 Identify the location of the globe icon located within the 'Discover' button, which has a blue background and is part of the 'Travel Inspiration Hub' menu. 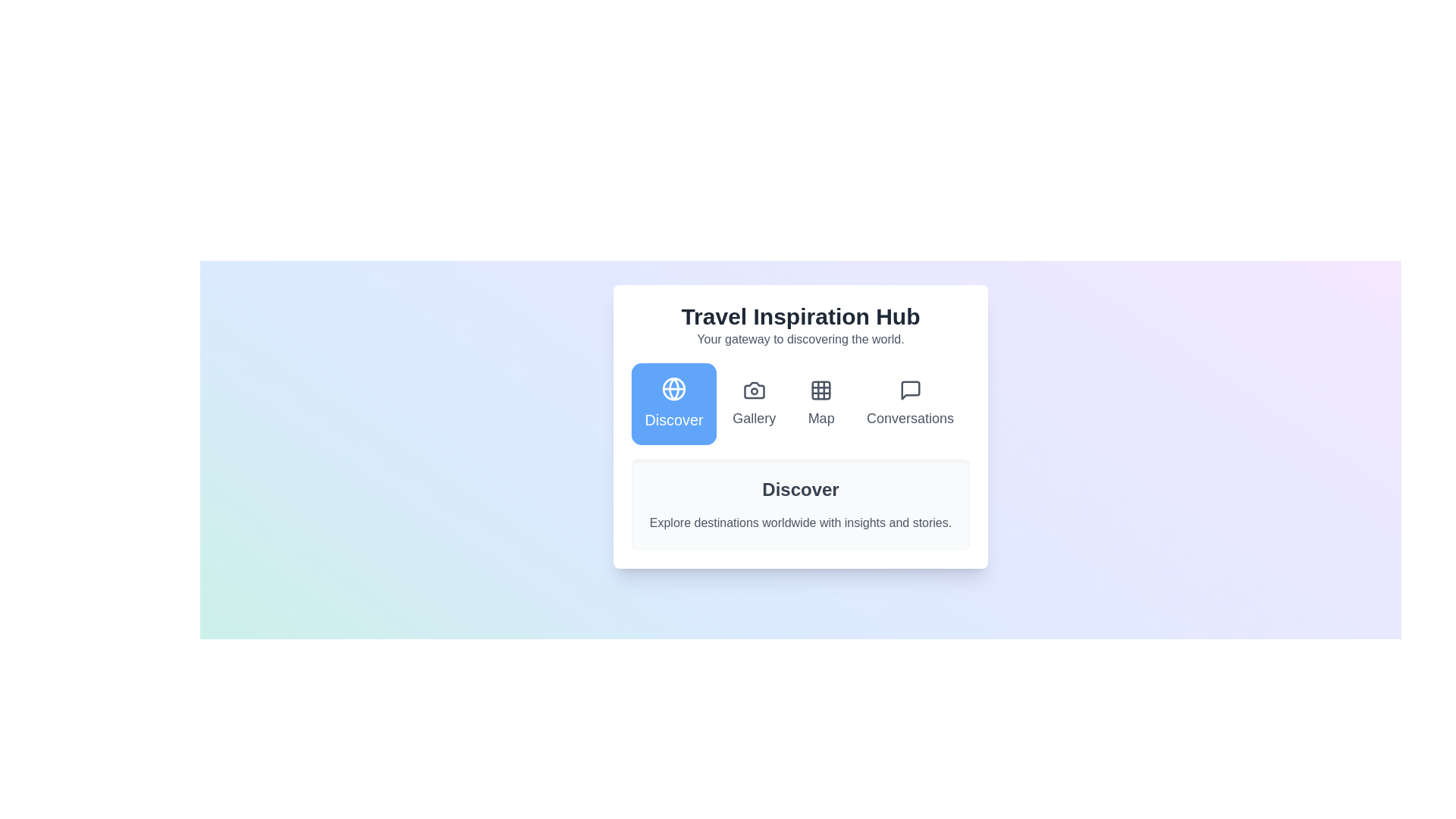
(673, 388).